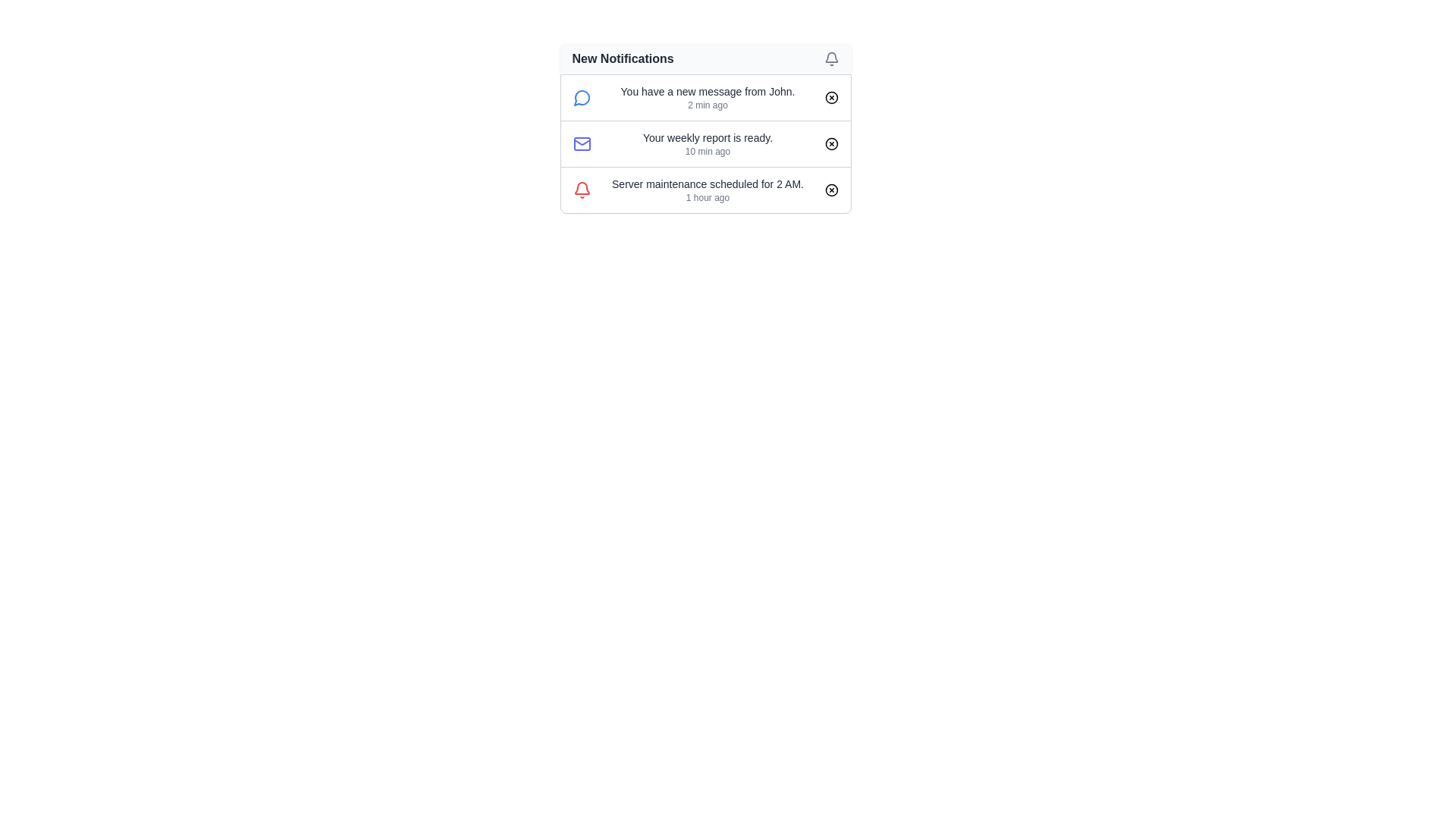  I want to click on the notification text 'Server maintenance scheduled for 2 AM.' which is the third notification in the list, located to the right of a red bell icon, so click(707, 189).